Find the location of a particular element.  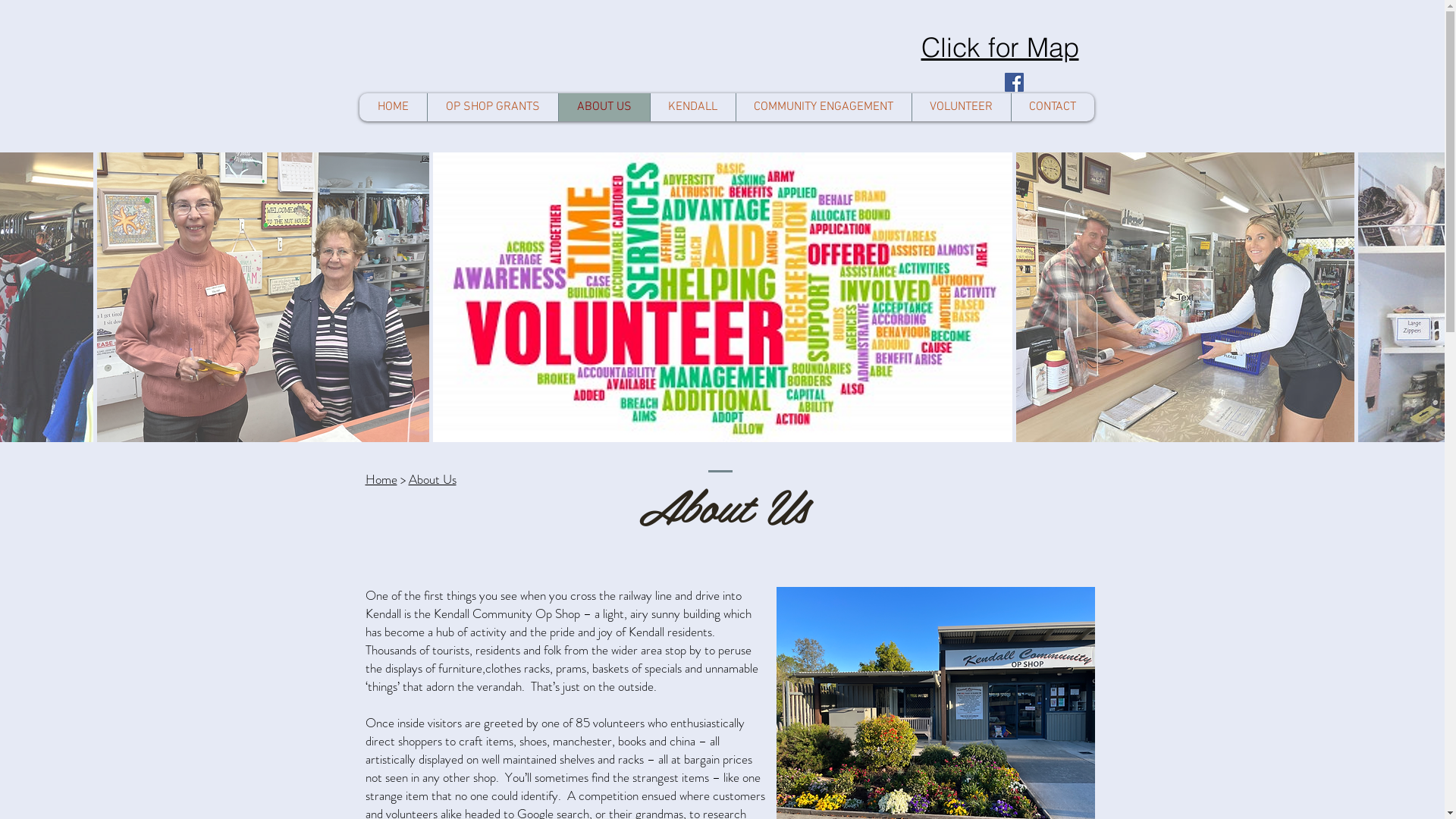

'Click for Map' is located at coordinates (999, 45).